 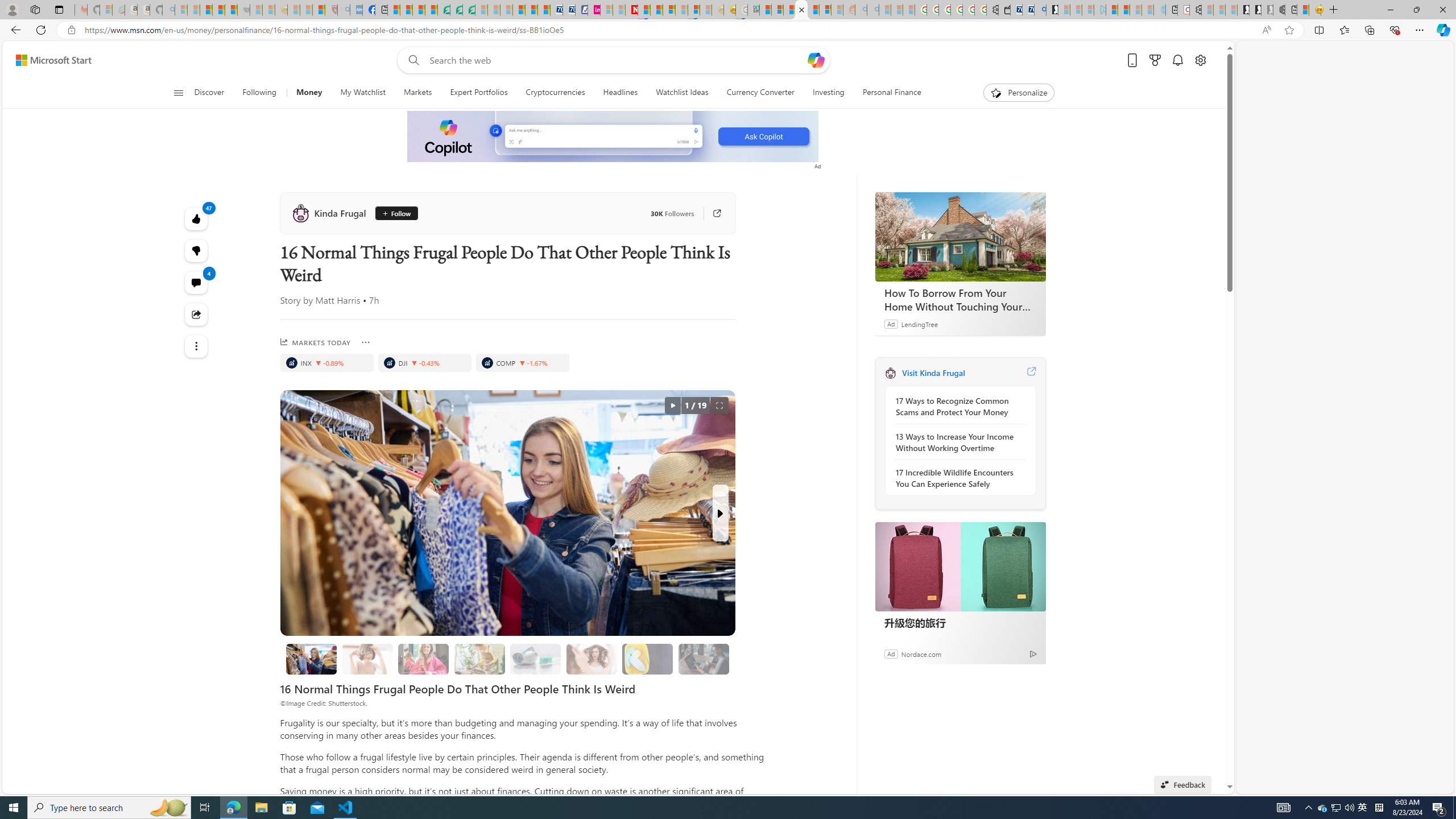 I want to click on 'Go to publisher', so click(x=711, y=213).